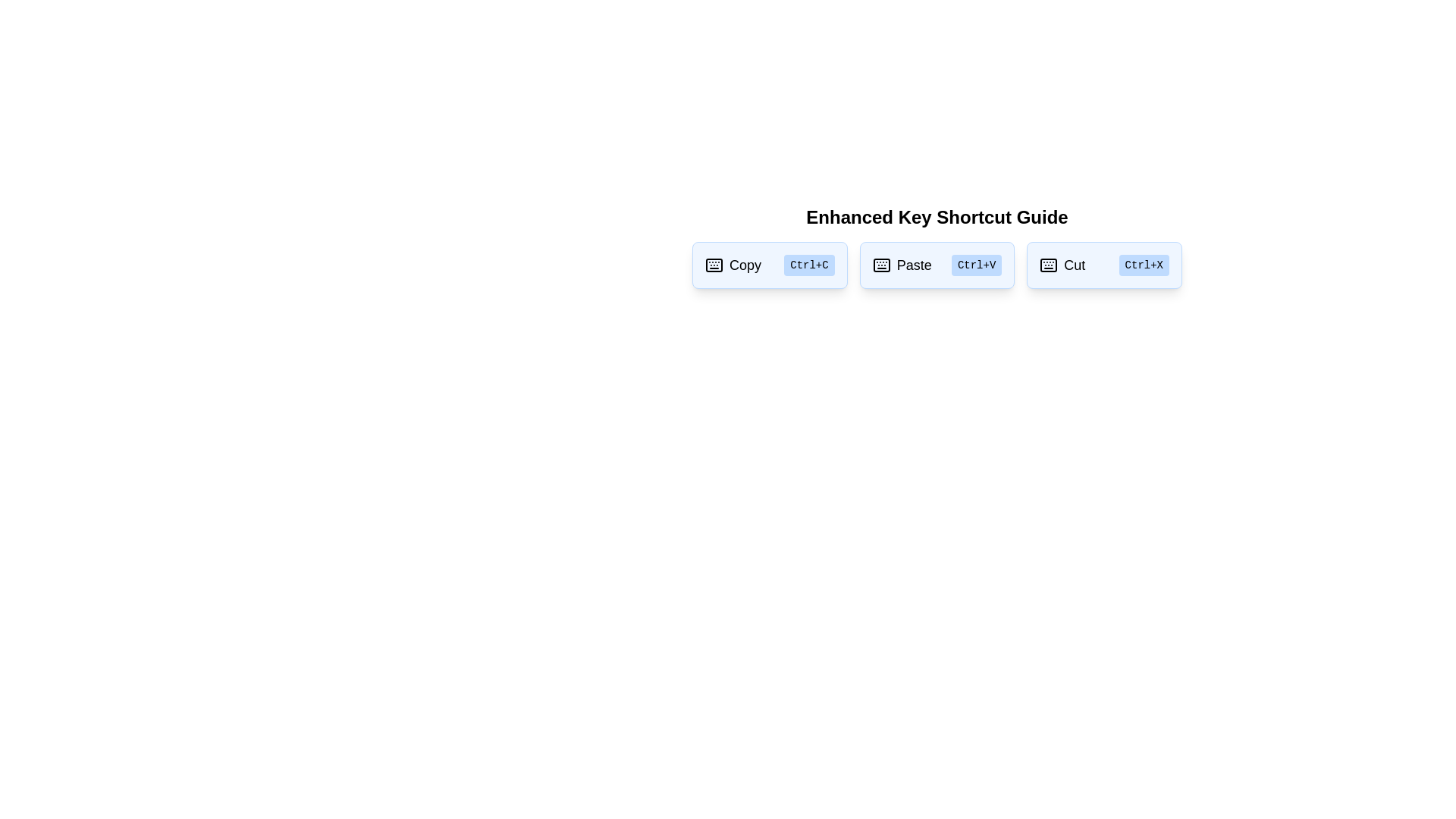 The image size is (1456, 819). What do you see at coordinates (936, 265) in the screenshot?
I see `the Info Card displaying 'Paste' with a keyboard icon and the shortcut 'Ctrl+V', which is the second card in the group of three under 'Enhanced Key Shortcut Guide'` at bounding box center [936, 265].